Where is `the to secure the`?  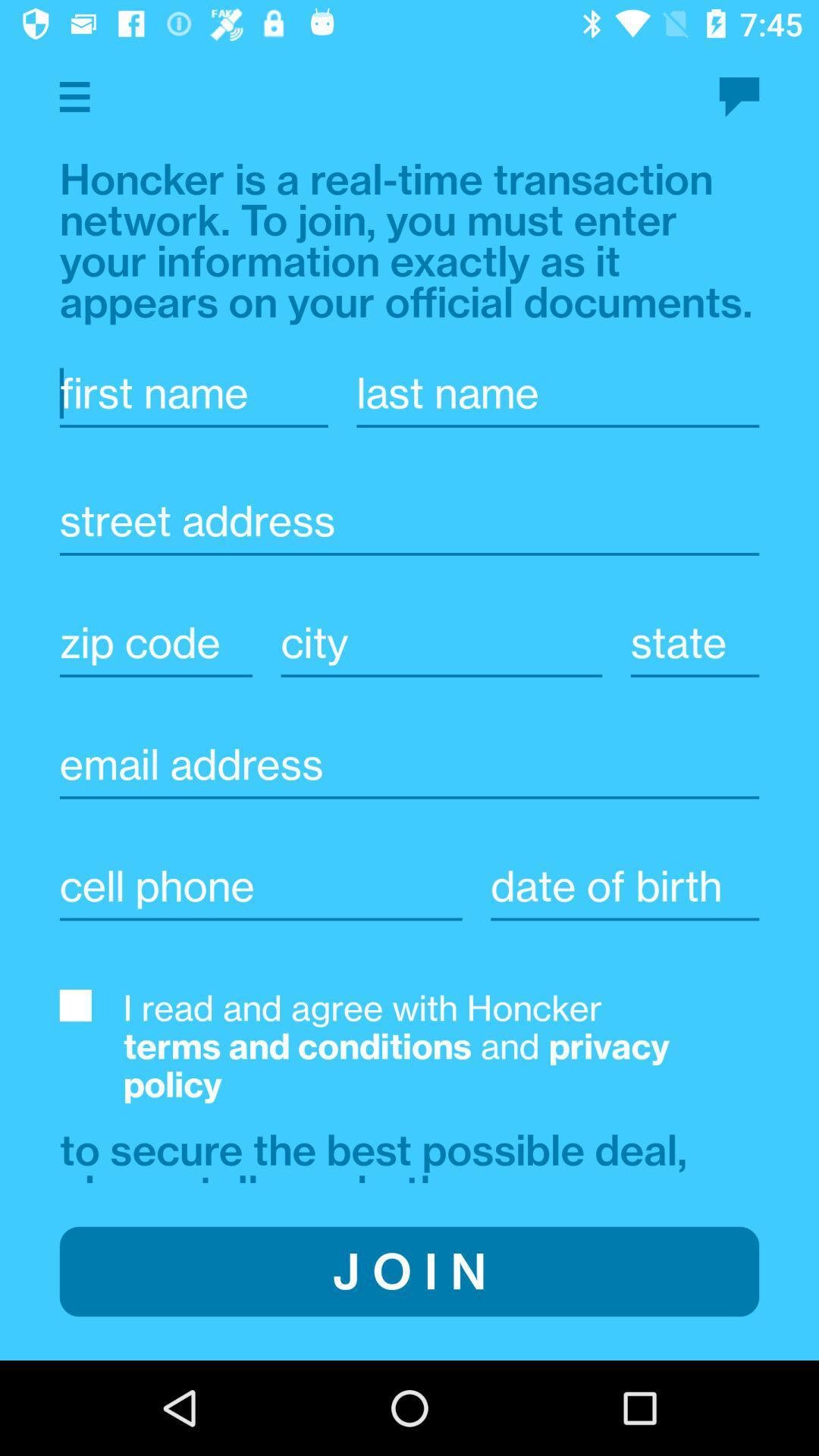
the to secure the is located at coordinates (379, 1153).